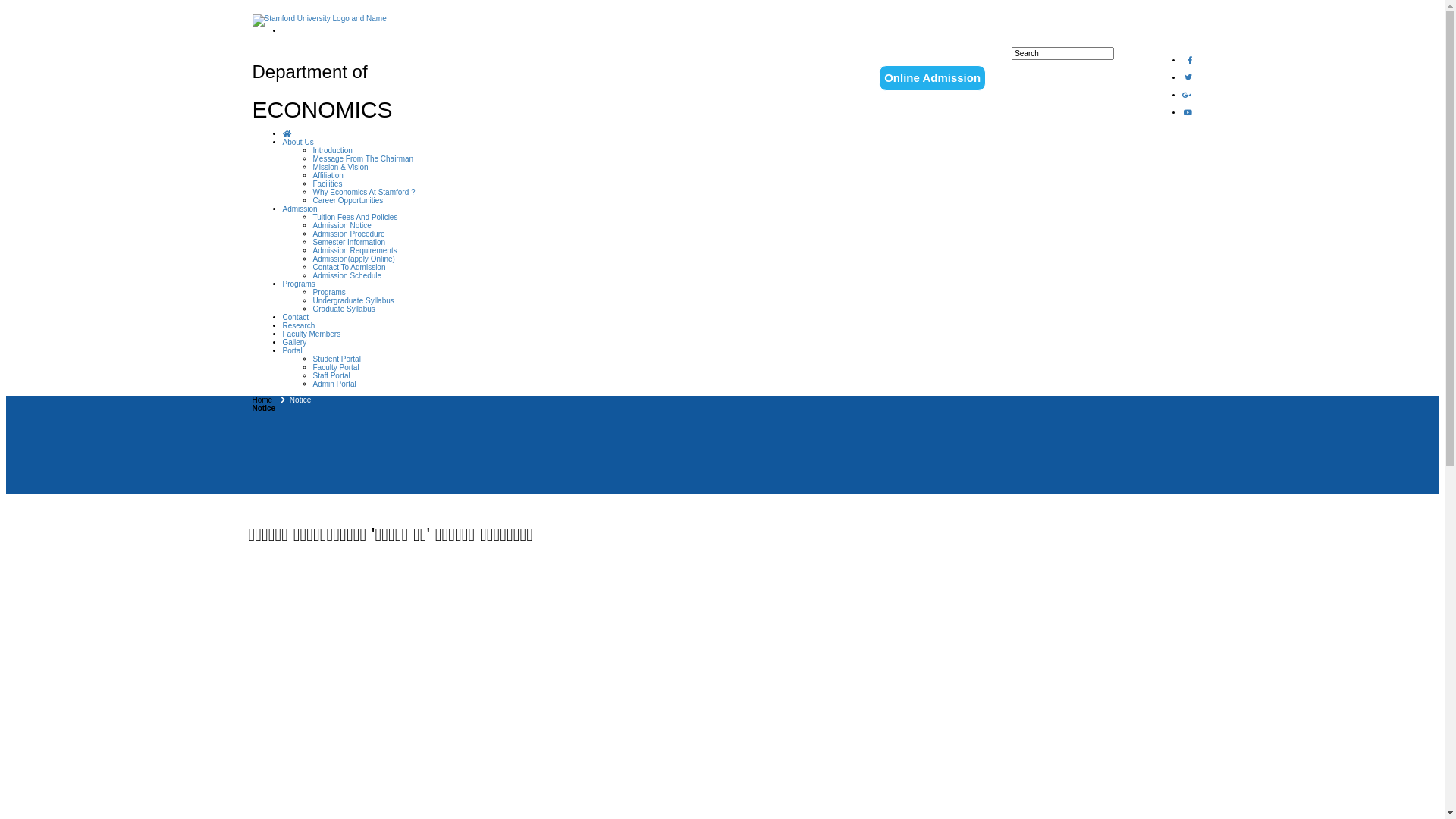  I want to click on 'Faculty Members', so click(310, 333).